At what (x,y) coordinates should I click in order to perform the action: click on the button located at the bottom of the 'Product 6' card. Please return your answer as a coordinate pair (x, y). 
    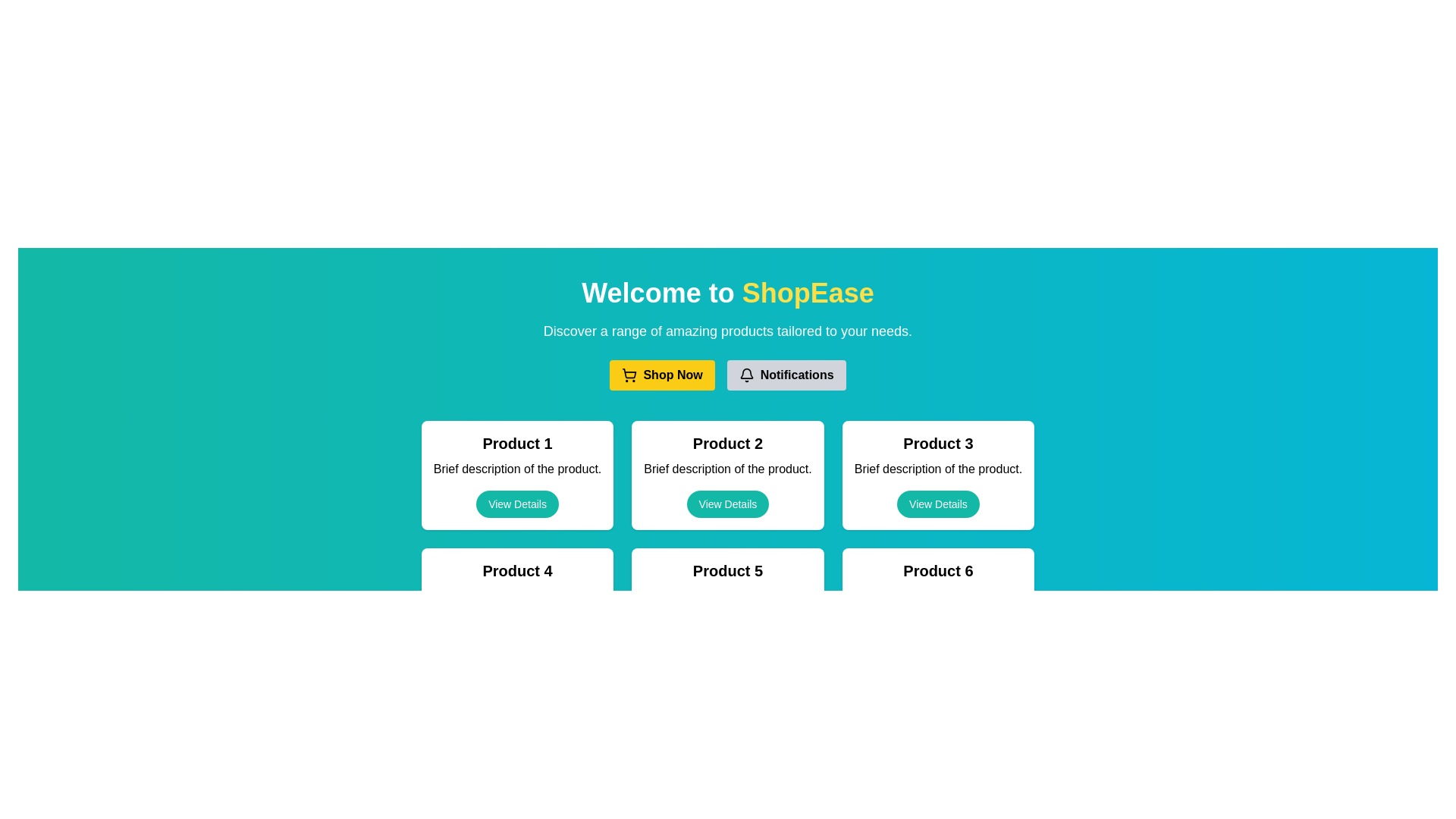
    Looking at the image, I should click on (937, 632).